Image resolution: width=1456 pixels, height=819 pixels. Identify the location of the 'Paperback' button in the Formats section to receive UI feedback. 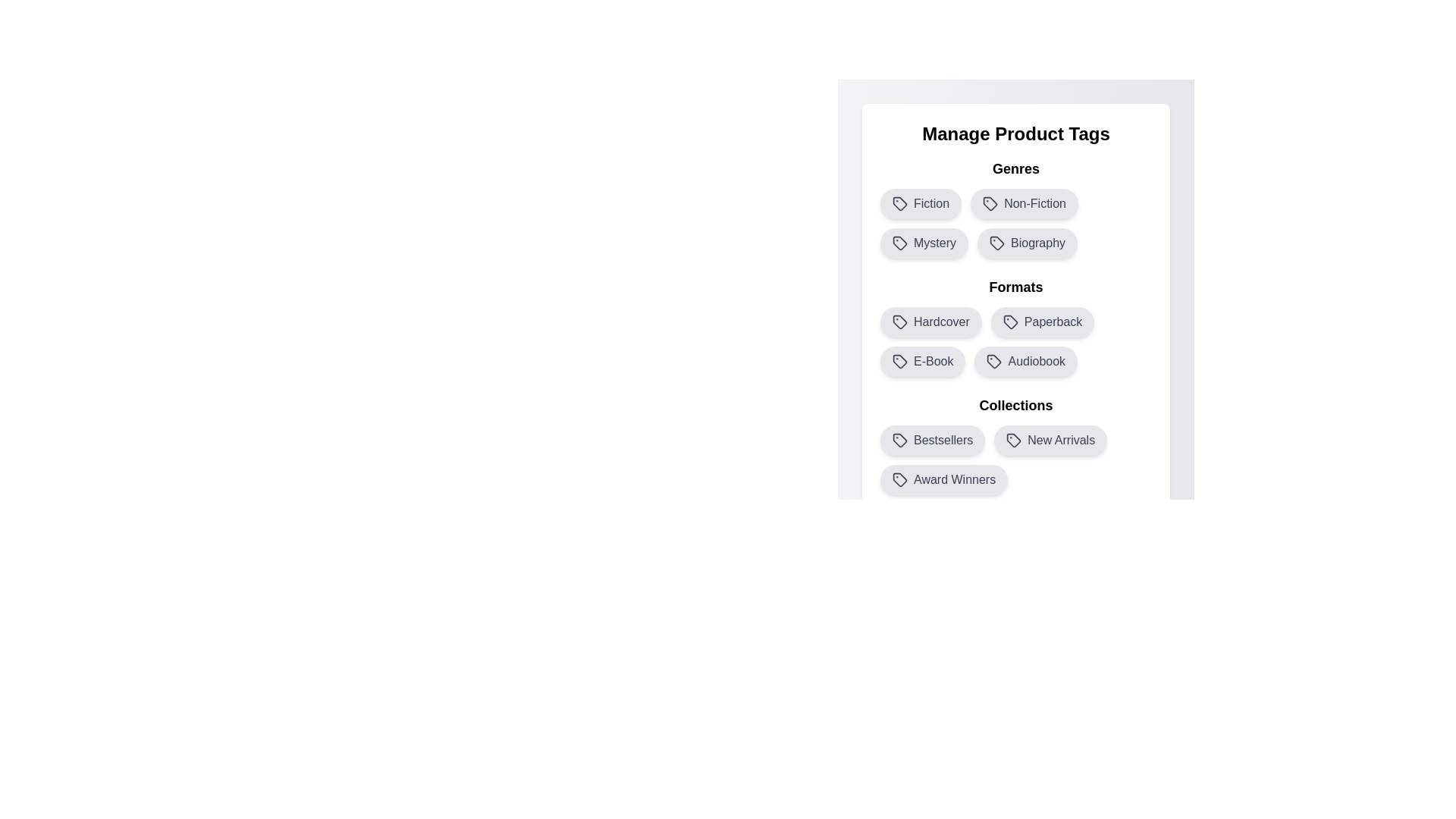
(1015, 326).